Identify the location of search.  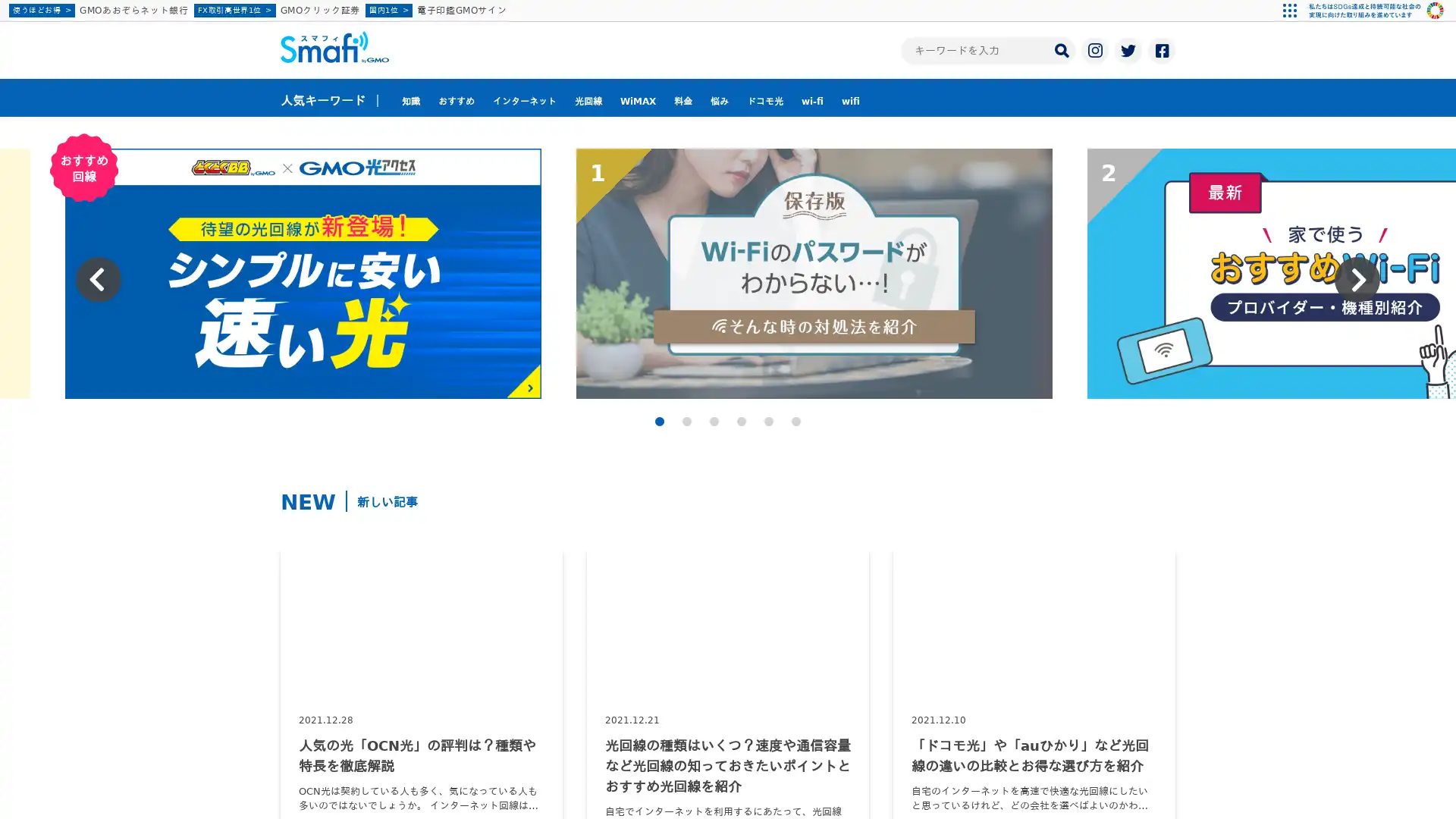
(1061, 49).